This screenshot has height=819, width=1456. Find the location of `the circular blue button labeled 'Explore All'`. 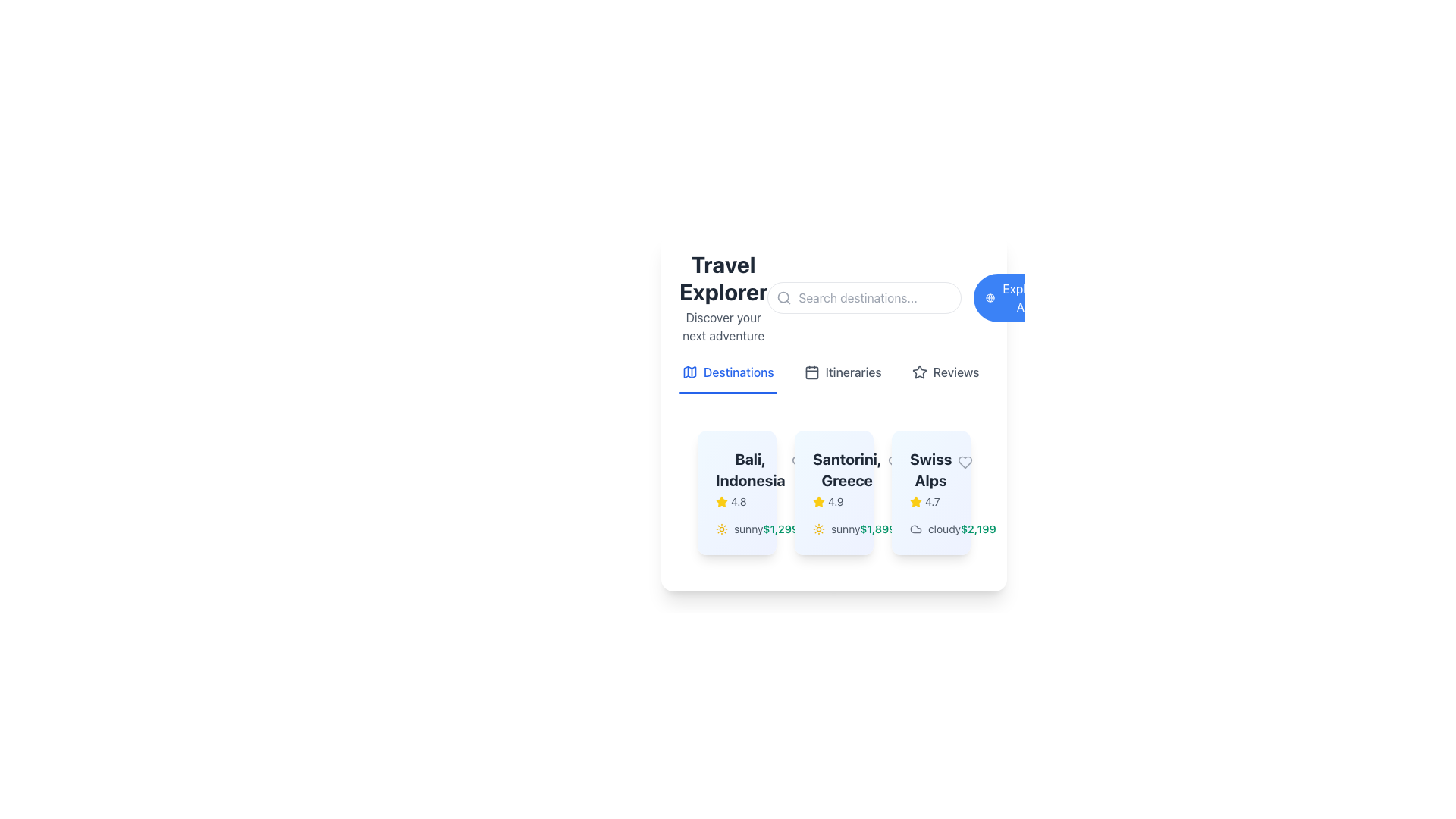

the circular blue button labeled 'Explore All' is located at coordinates (912, 298).